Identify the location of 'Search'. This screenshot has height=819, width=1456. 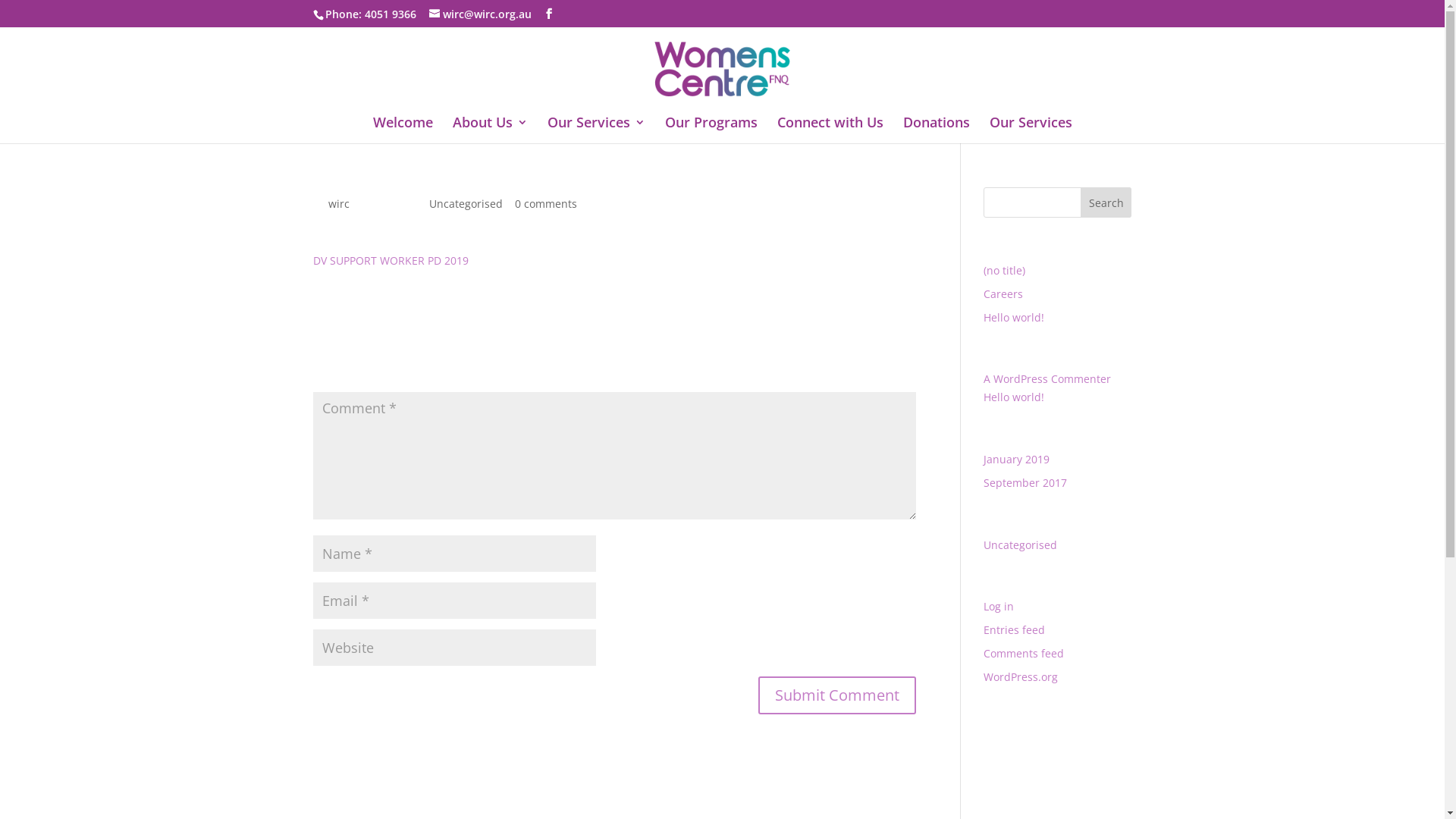
(1080, 201).